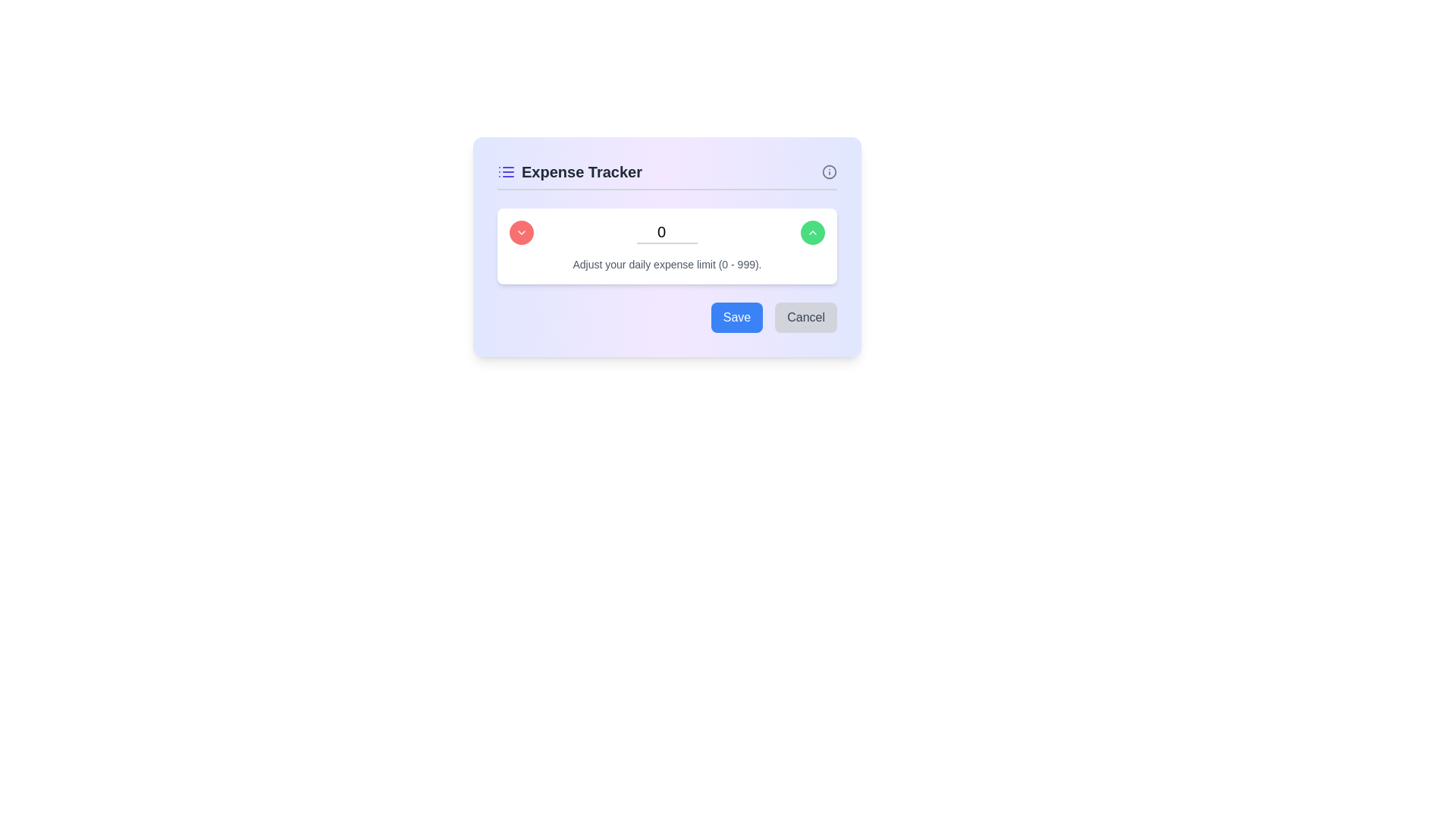  Describe the element at coordinates (736, 317) in the screenshot. I see `the save button located in the bottom-right segment of the main interface, adjacent to the 'Cancel' button` at that location.